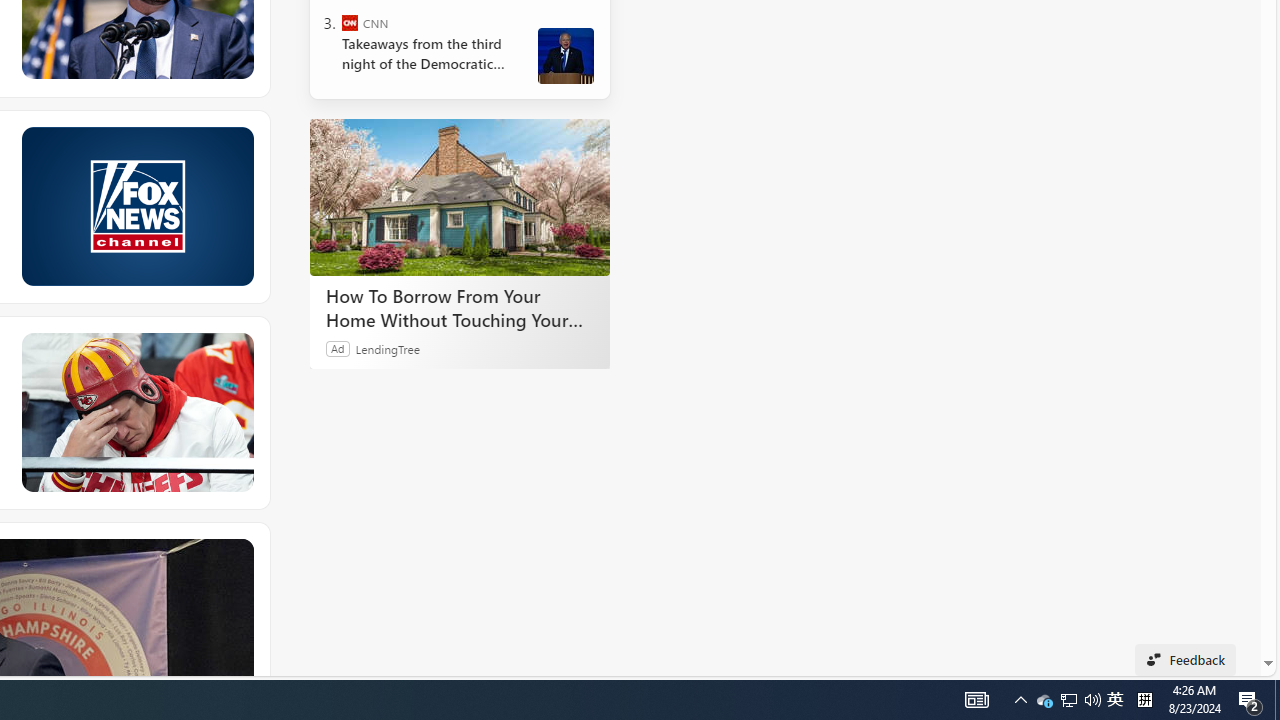  I want to click on 'CNN', so click(350, 23).